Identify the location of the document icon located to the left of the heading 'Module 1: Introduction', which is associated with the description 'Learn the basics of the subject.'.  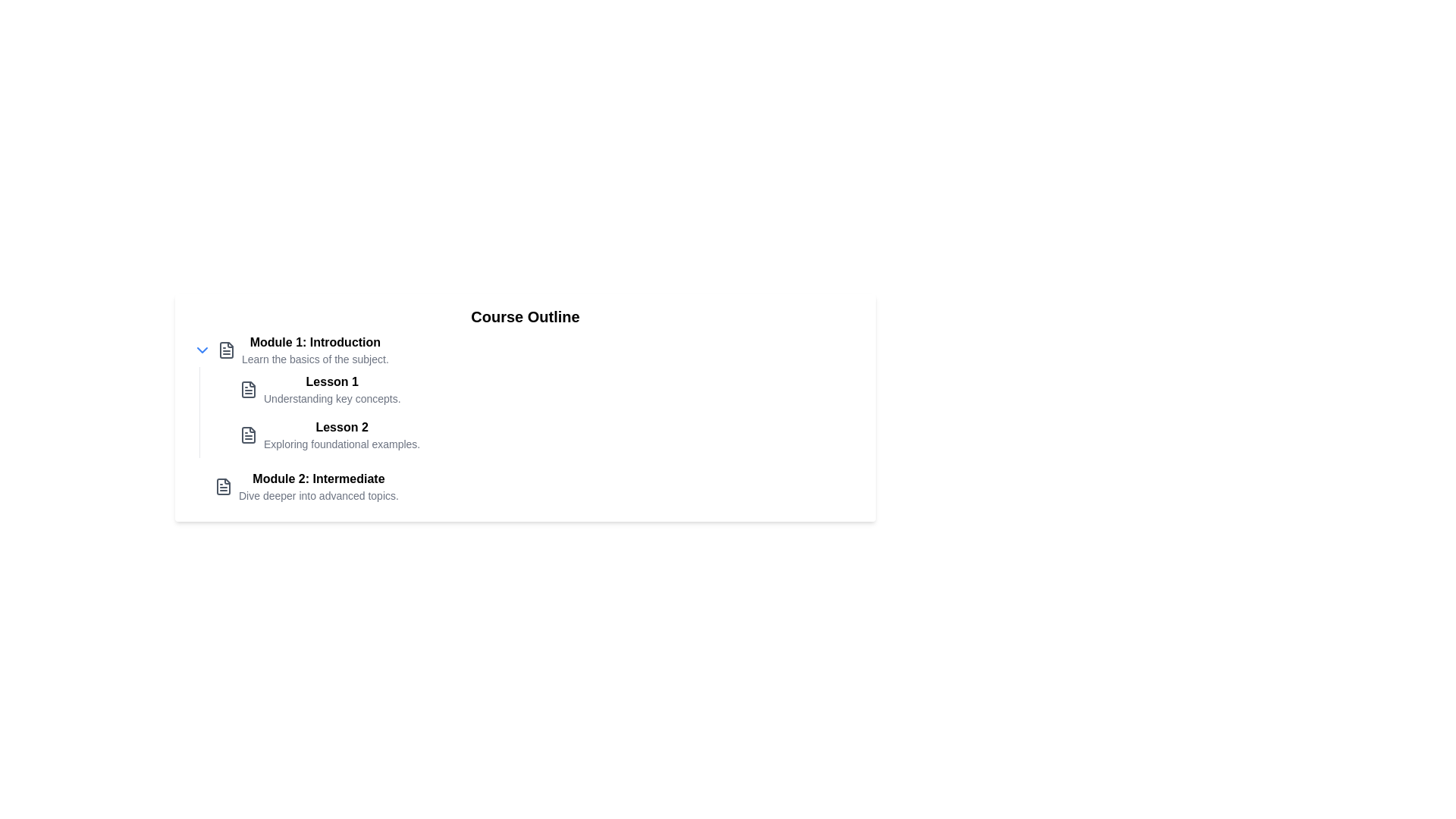
(225, 350).